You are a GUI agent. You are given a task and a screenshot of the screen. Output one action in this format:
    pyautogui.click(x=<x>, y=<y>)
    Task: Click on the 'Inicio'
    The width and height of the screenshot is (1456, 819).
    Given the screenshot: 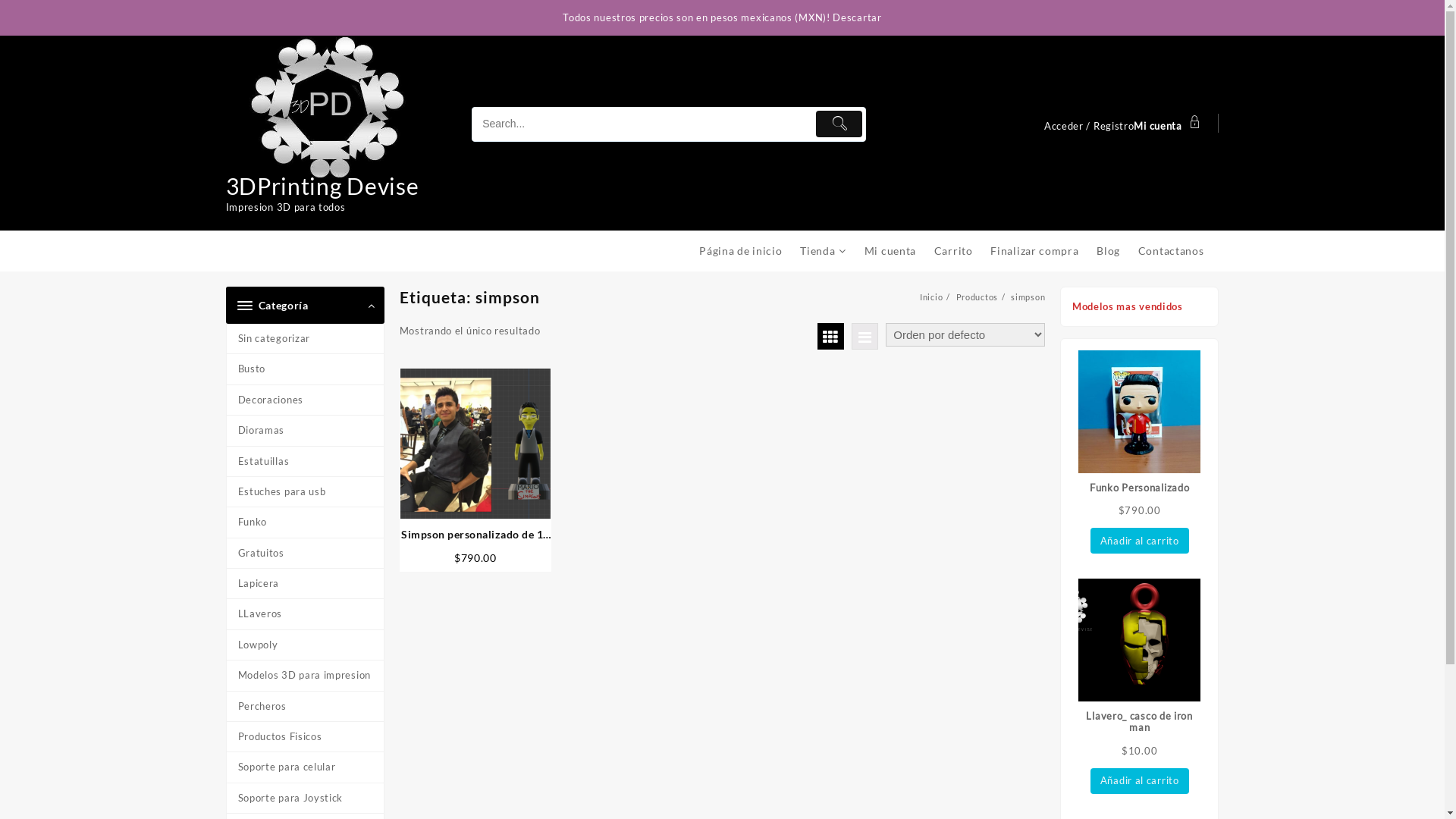 What is the action you would take?
    pyautogui.click(x=930, y=297)
    